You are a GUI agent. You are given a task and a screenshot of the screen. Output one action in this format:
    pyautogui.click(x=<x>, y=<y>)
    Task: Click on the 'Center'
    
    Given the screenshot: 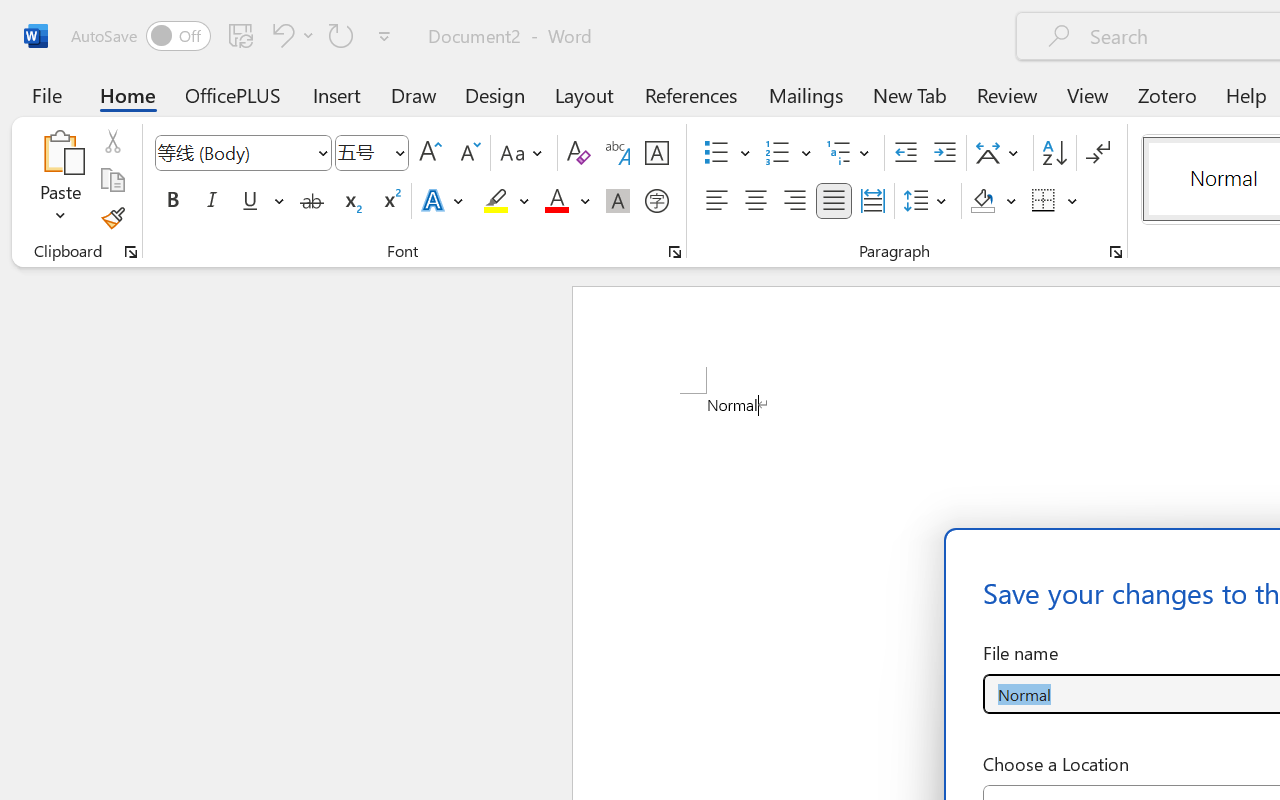 What is the action you would take?
    pyautogui.click(x=755, y=201)
    